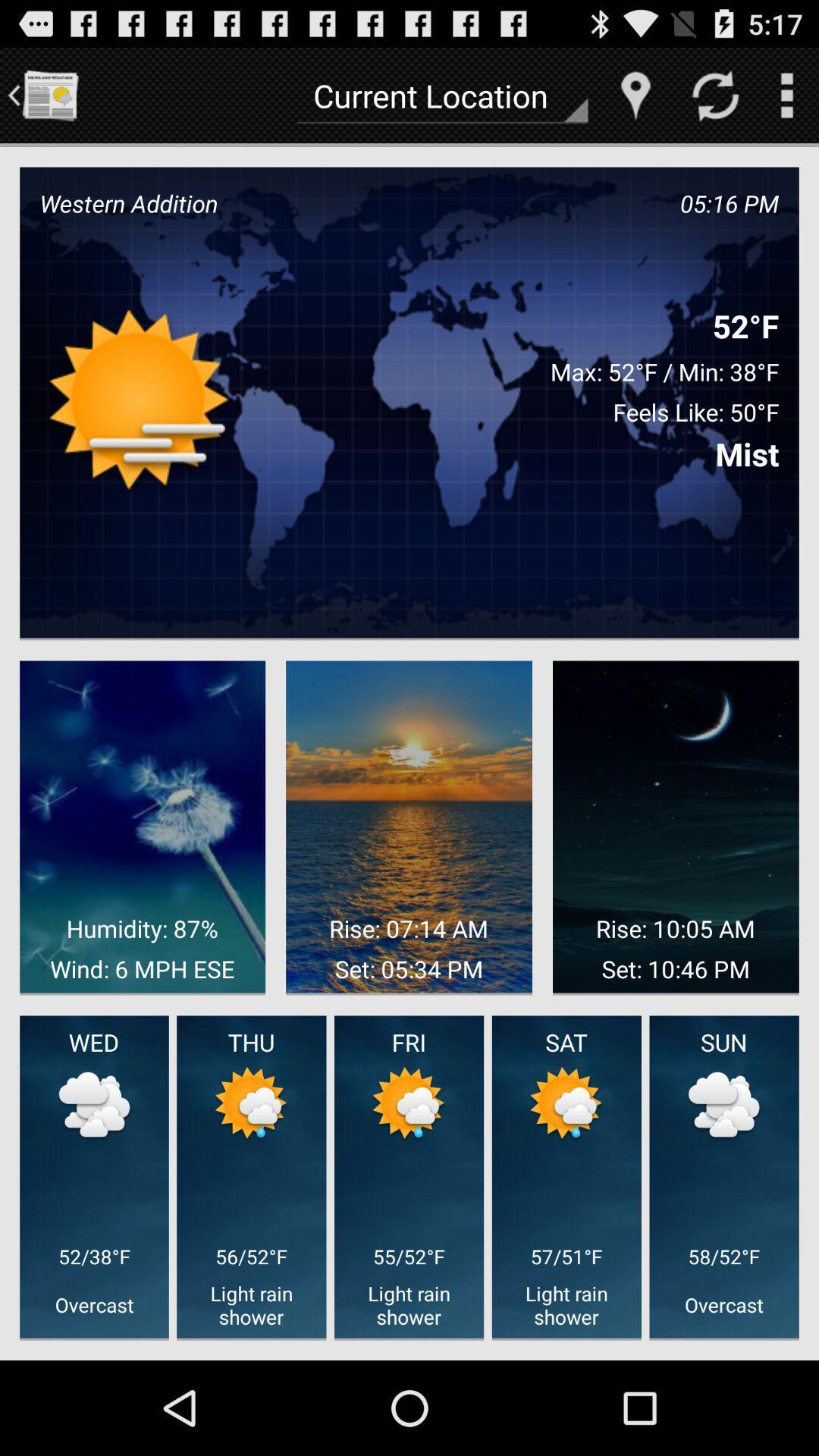 The image size is (819, 1456). Describe the element at coordinates (786, 94) in the screenshot. I see `more options` at that location.